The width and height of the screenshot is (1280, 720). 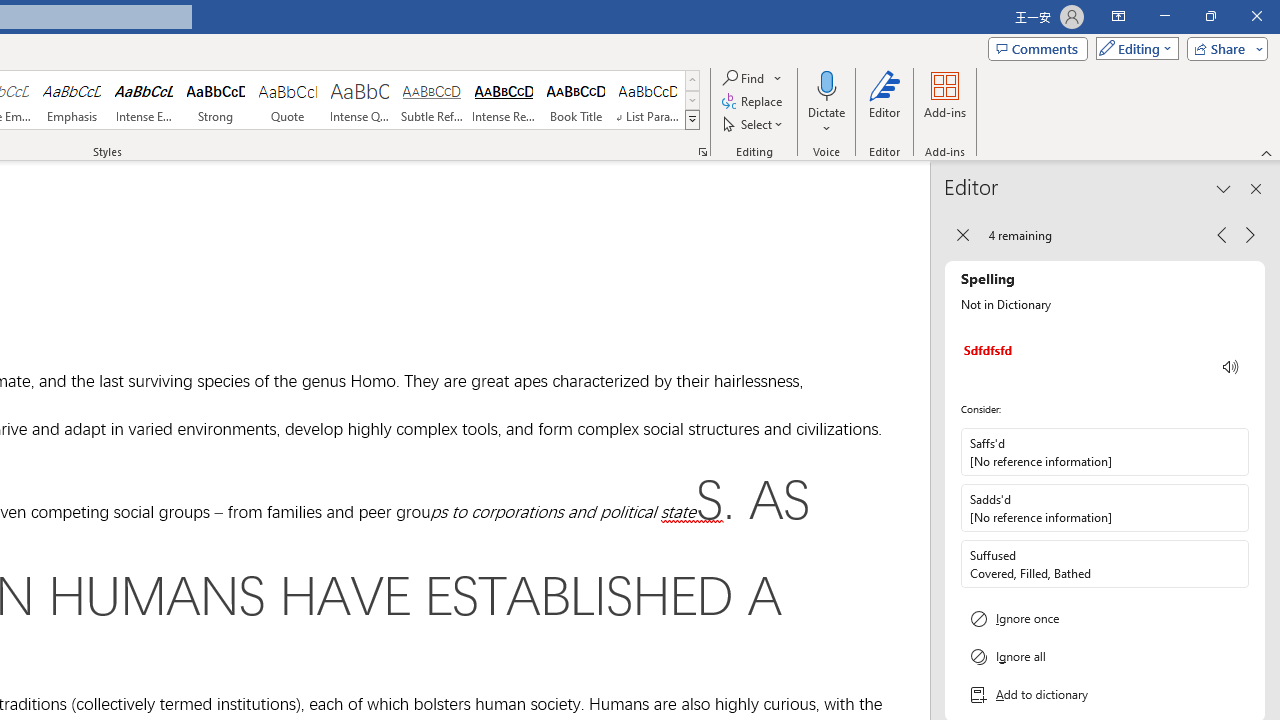 What do you see at coordinates (826, 103) in the screenshot?
I see `'Dictate'` at bounding box center [826, 103].